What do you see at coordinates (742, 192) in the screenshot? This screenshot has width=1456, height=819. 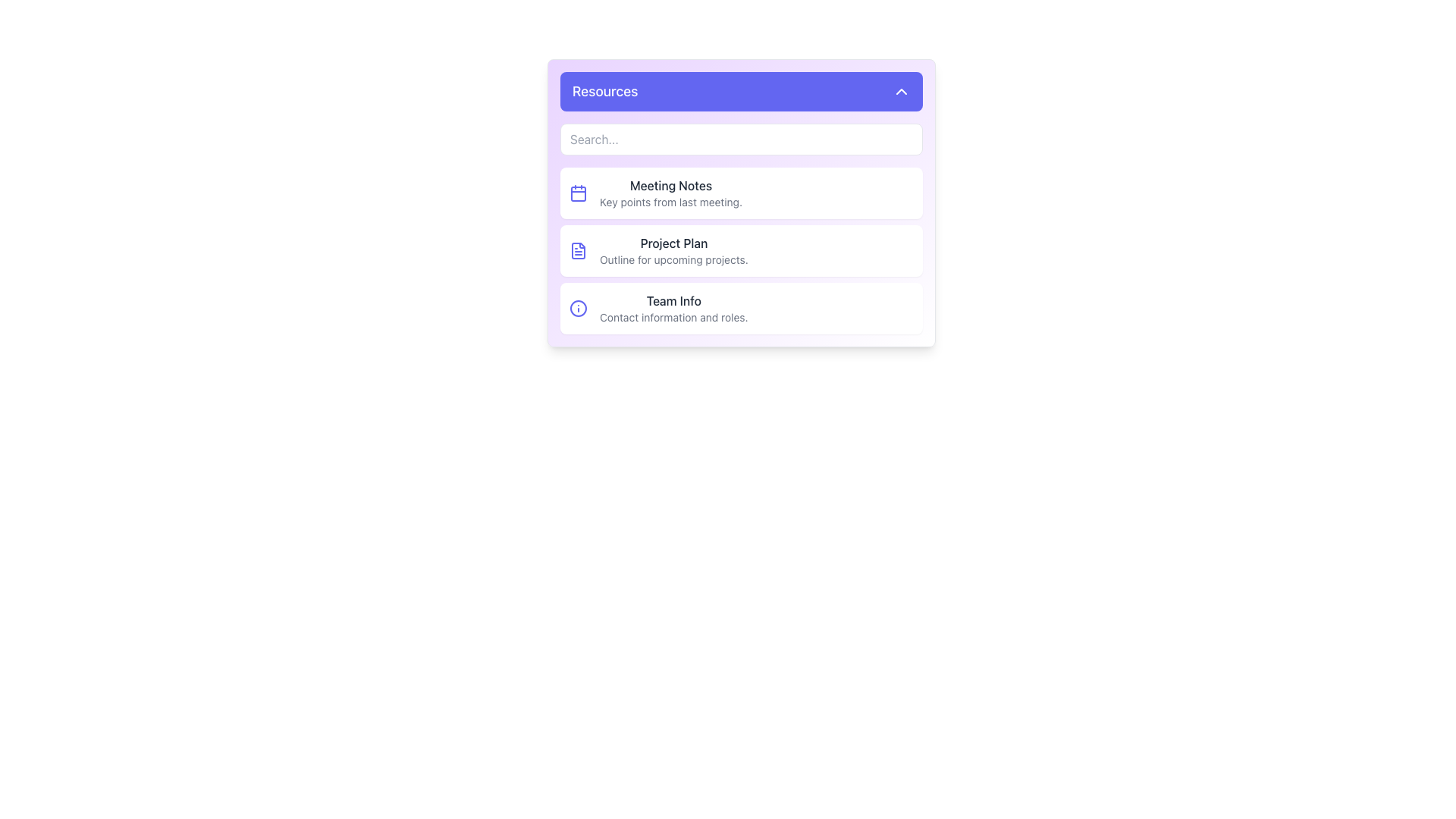 I see `the first item in the interactive list that provides access to meeting notes` at bounding box center [742, 192].